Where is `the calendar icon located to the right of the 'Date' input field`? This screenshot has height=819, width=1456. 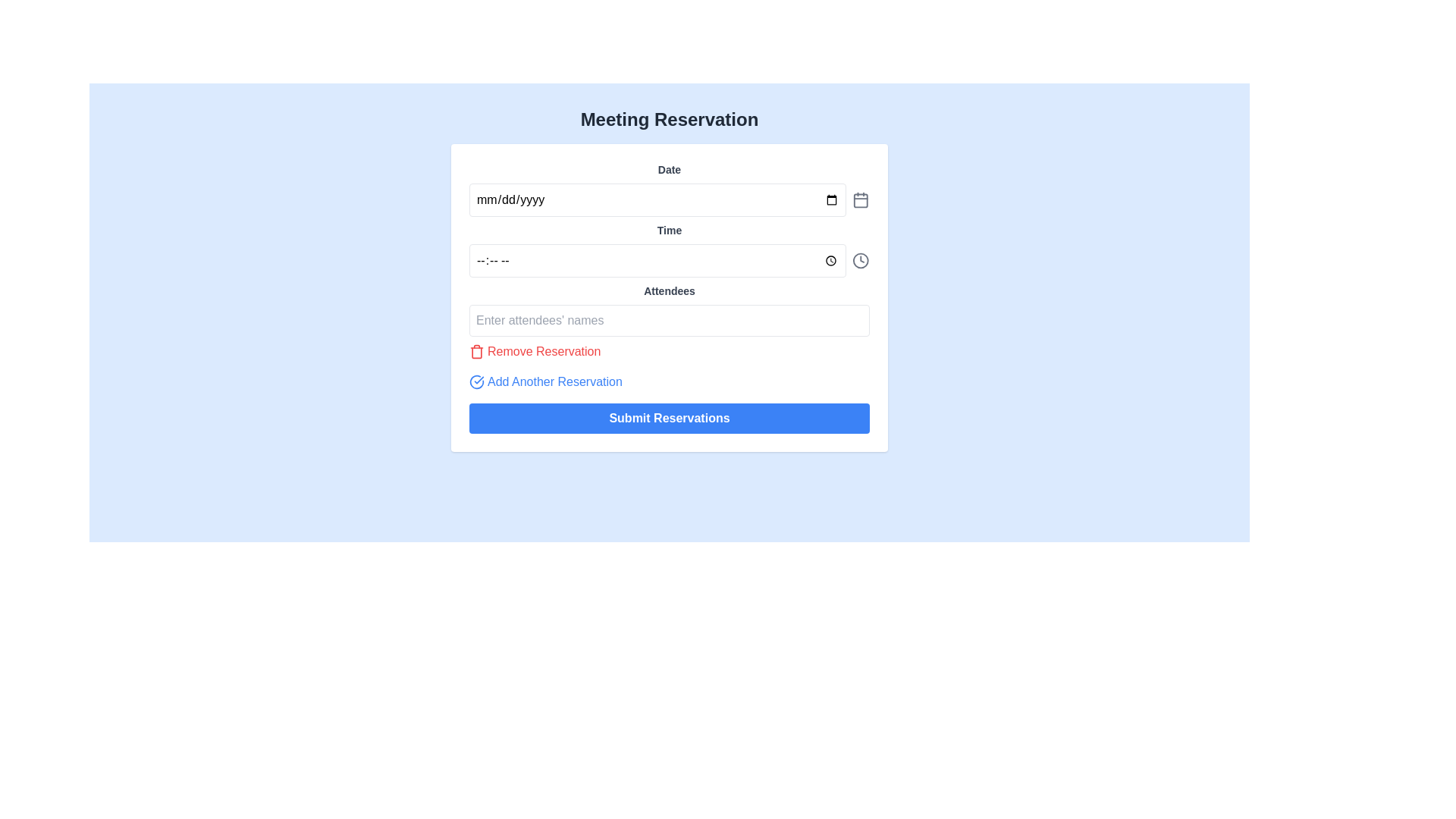 the calendar icon located to the right of the 'Date' input field is located at coordinates (861, 199).